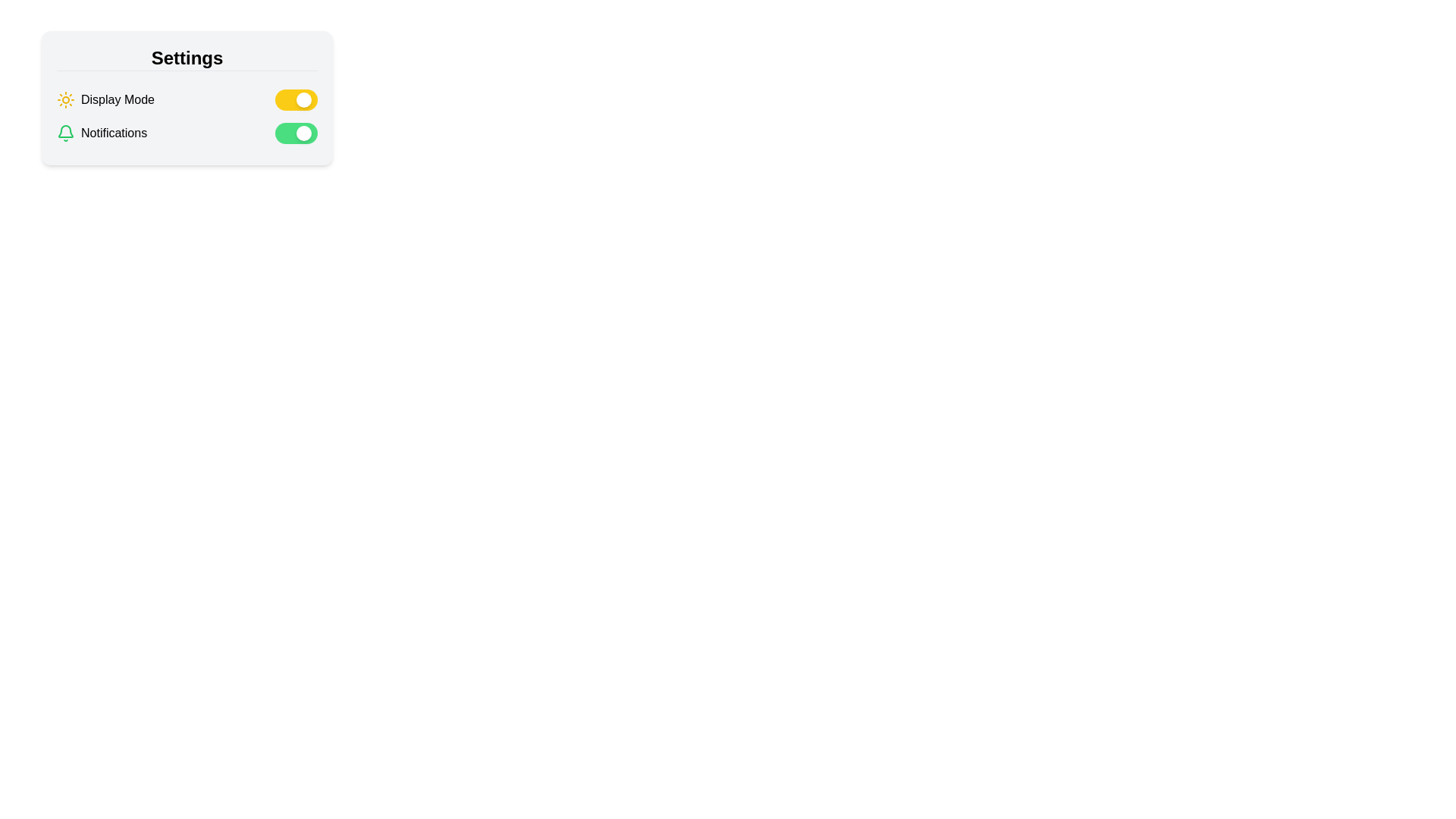 The image size is (1456, 819). Describe the element at coordinates (64, 99) in the screenshot. I see `the yellow sun icon representing the current display mode setting, located to the left of the 'Display Mode' label` at that location.